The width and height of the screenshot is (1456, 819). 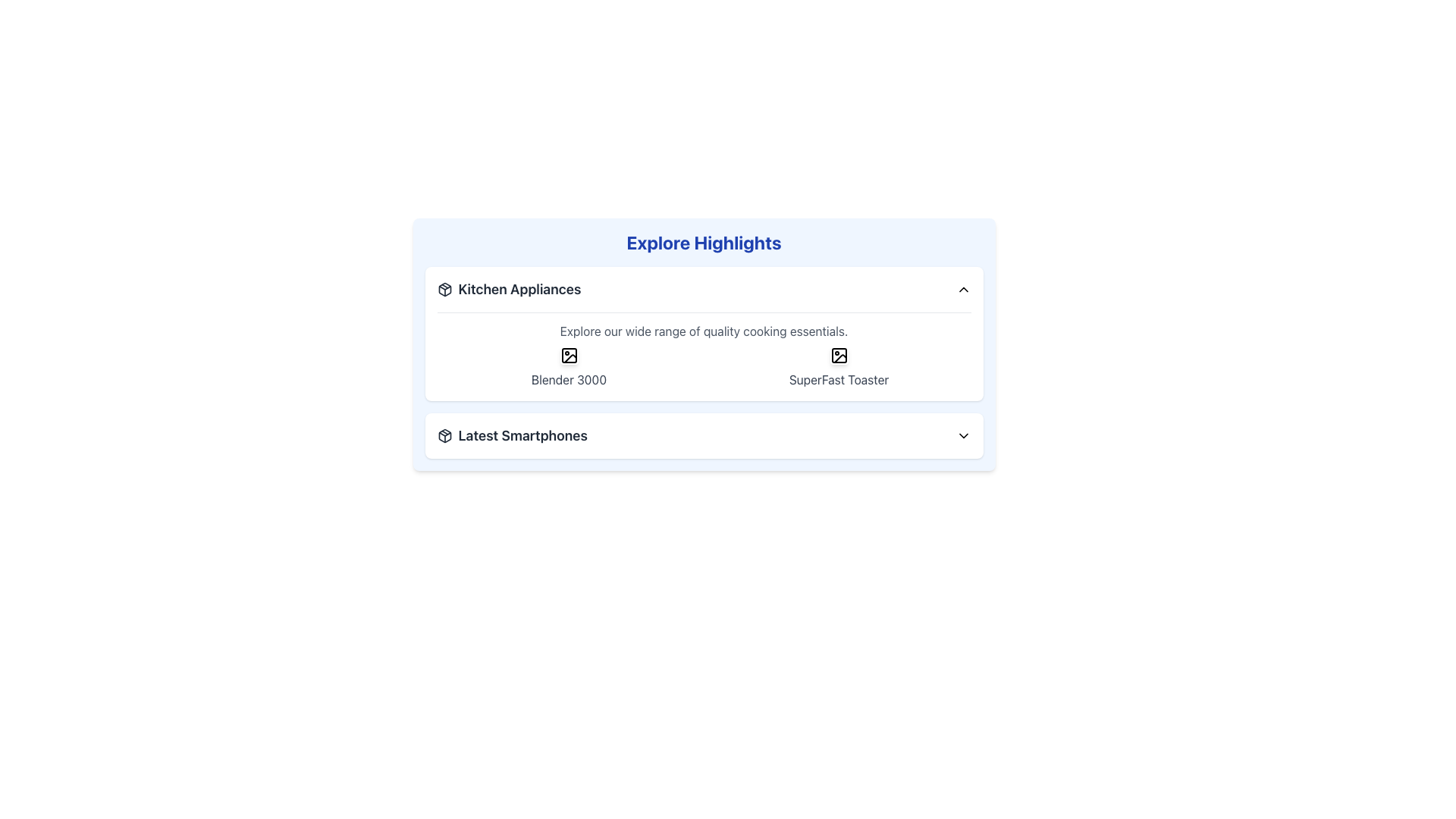 What do you see at coordinates (568, 368) in the screenshot?
I see `the 'Blender 3000' UI element, which consists of an icon with a rounded border and a centered gray-colored label below it, located in the 'Kitchen Appliances' section` at bounding box center [568, 368].